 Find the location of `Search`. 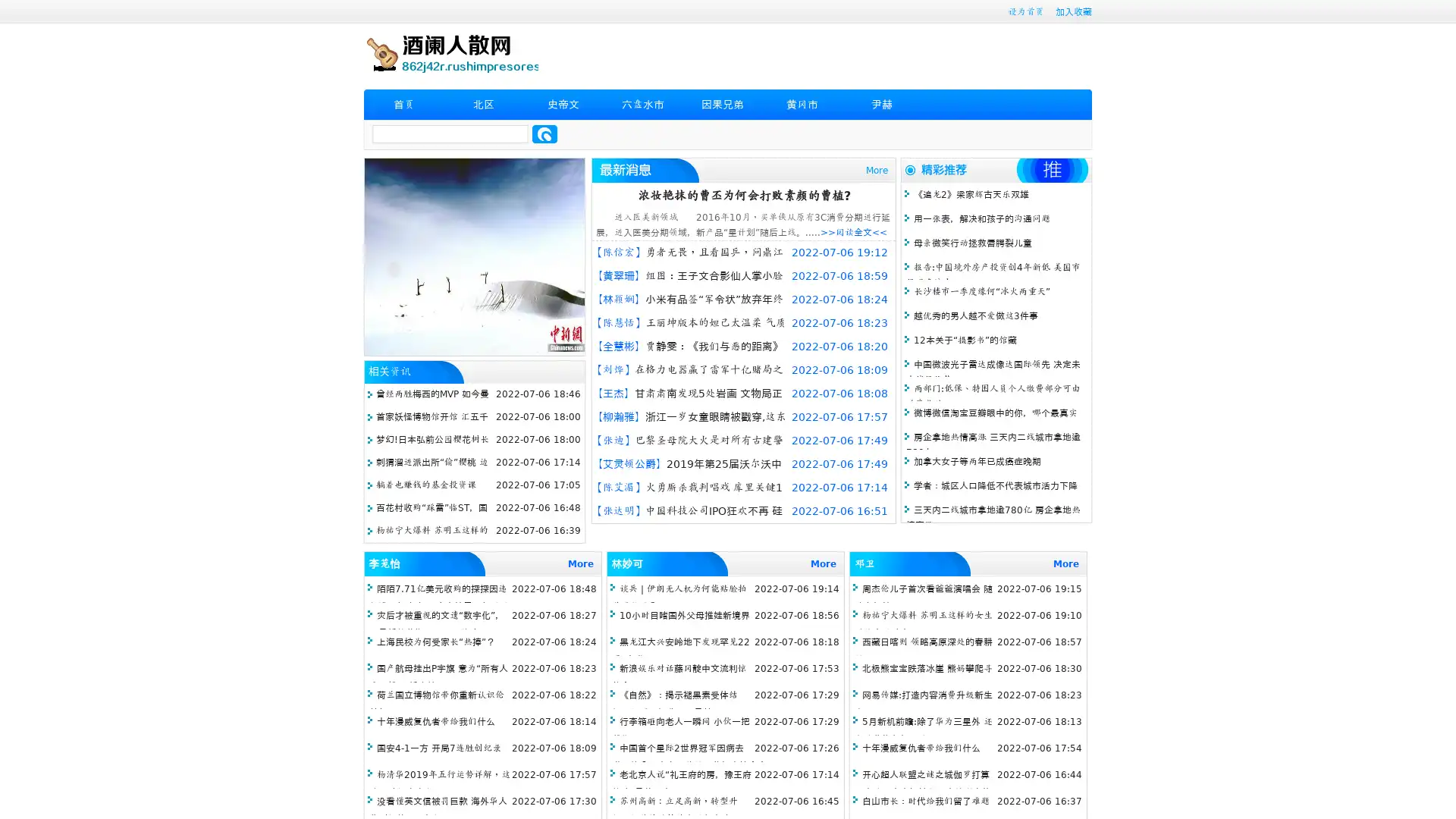

Search is located at coordinates (544, 133).